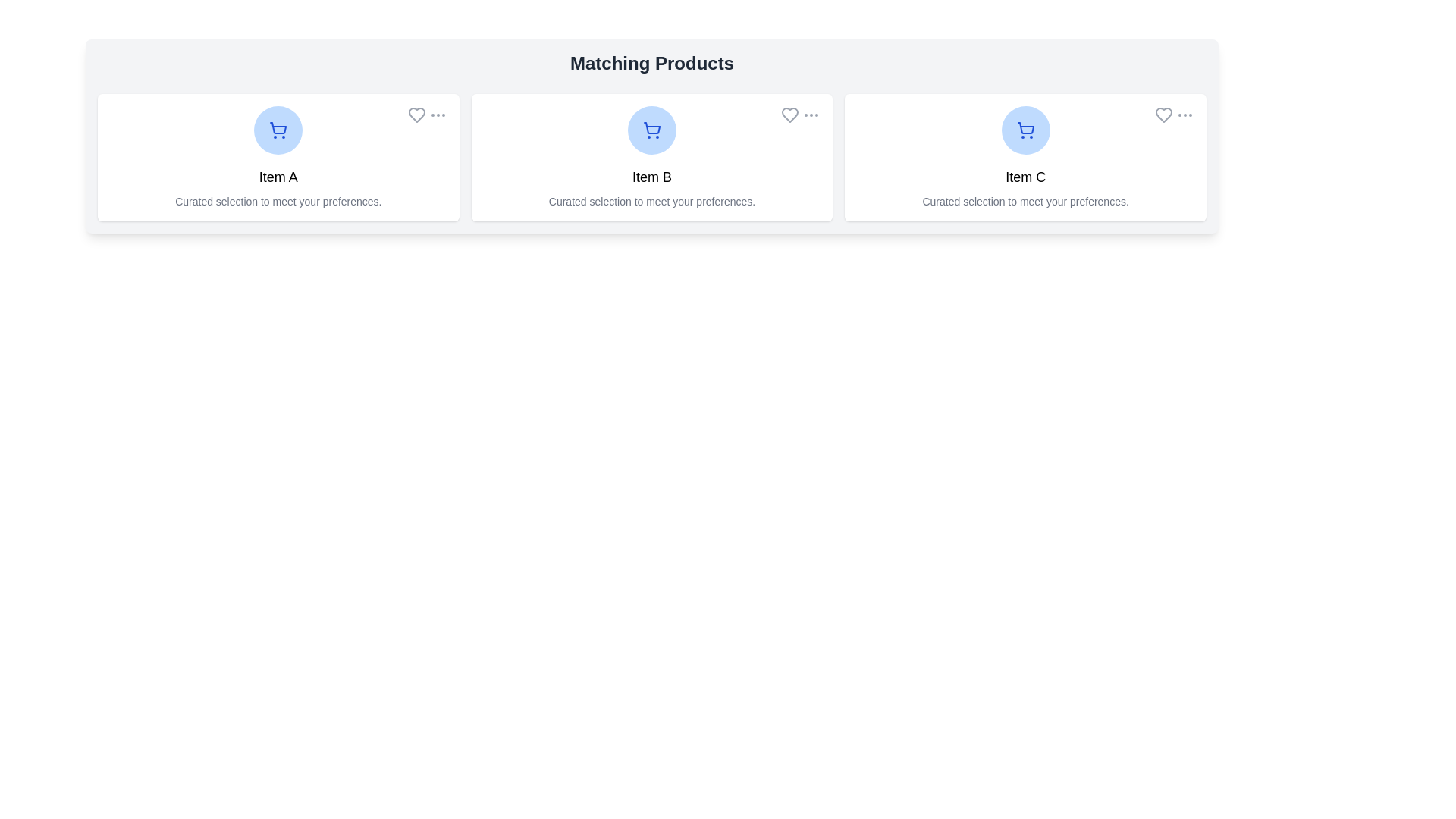 The height and width of the screenshot is (819, 1456). I want to click on the product image/icon to view details of Item B, so click(651, 130).